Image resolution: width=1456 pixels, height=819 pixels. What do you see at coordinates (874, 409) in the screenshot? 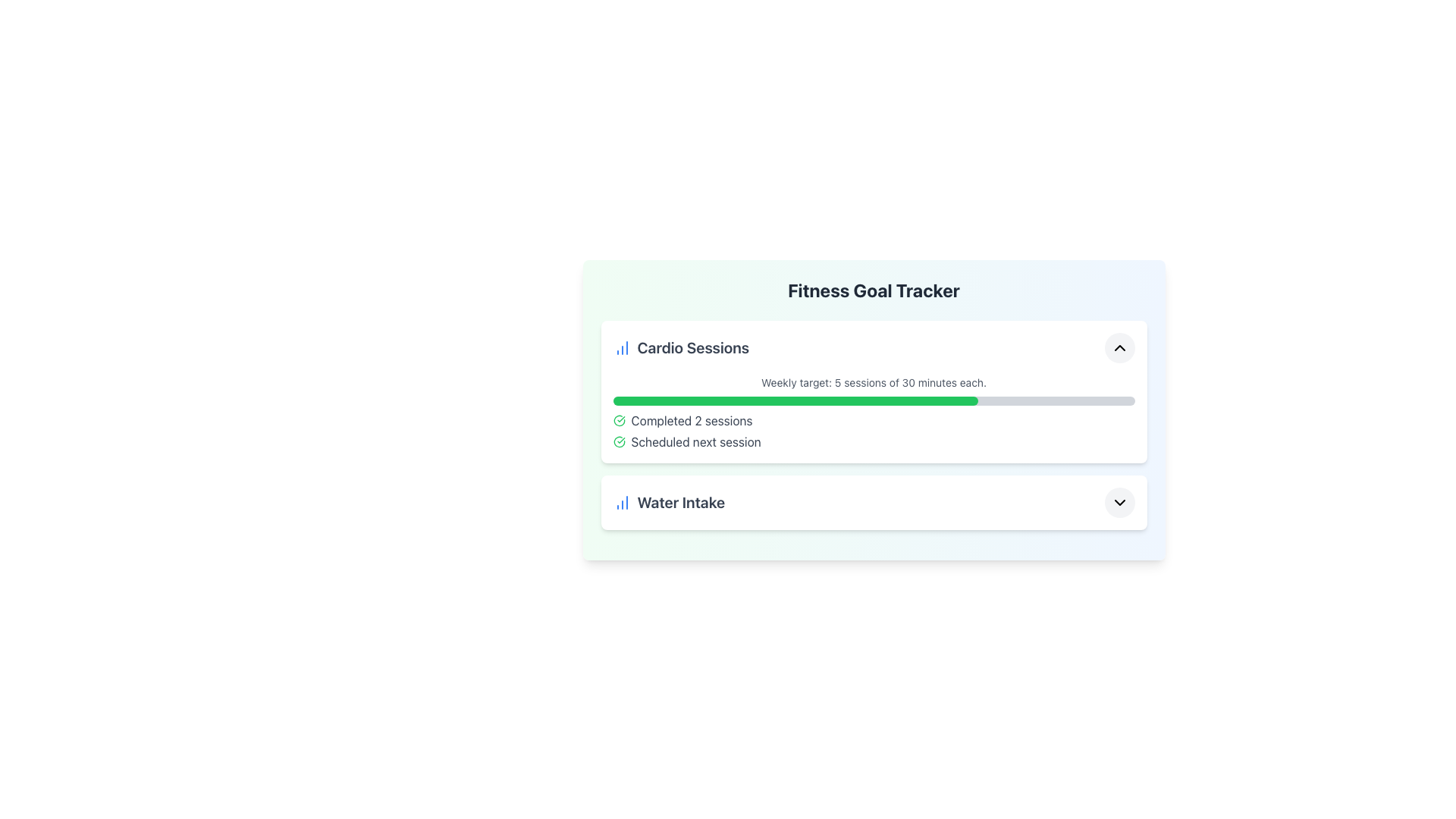
I see `the graphical representation of the progress bar indicating 70% progress within the 'Cardio Sessions' section` at bounding box center [874, 409].